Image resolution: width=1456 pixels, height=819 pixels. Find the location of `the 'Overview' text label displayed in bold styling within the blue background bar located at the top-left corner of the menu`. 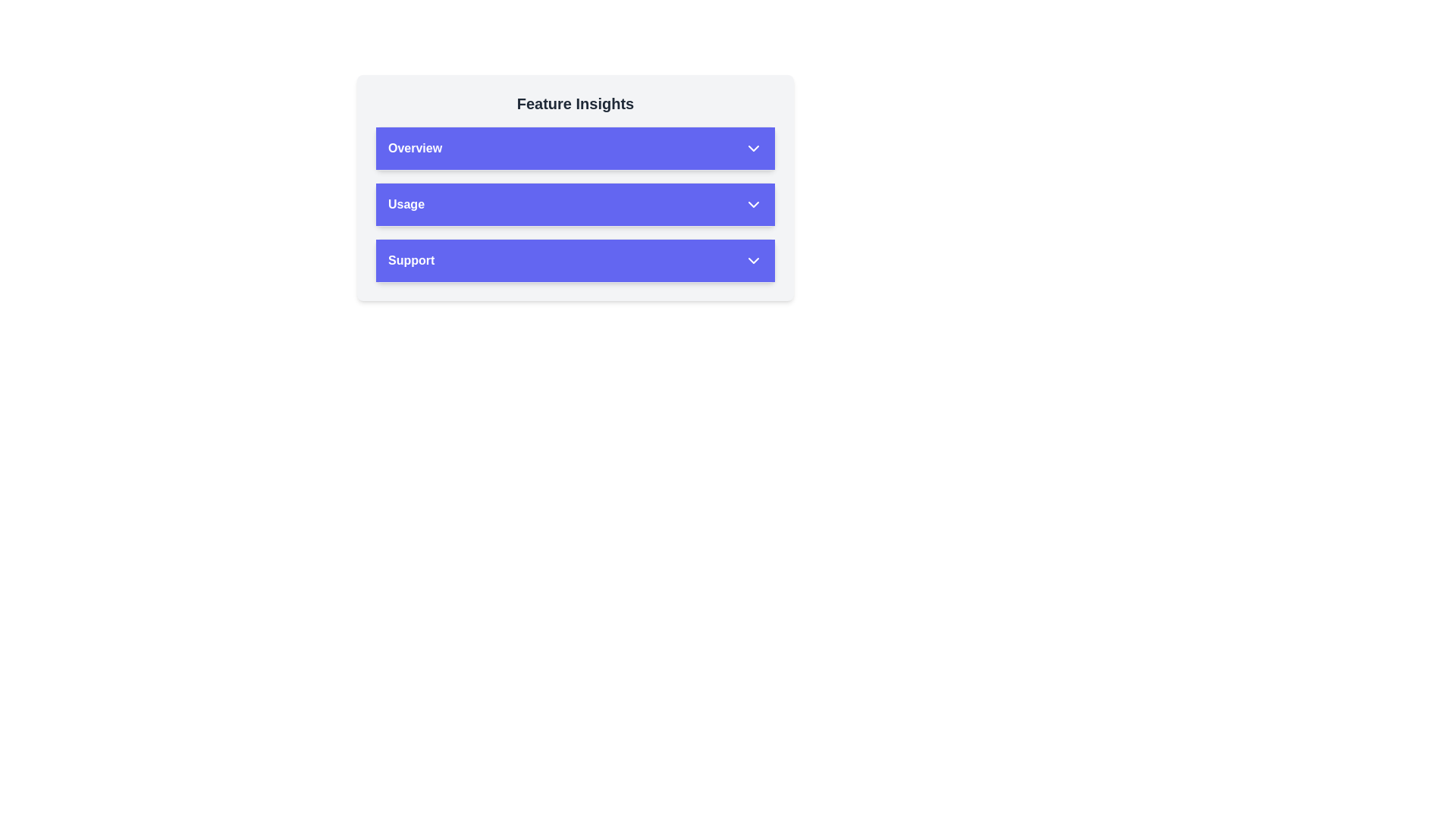

the 'Overview' text label displayed in bold styling within the blue background bar located at the top-left corner of the menu is located at coordinates (415, 149).